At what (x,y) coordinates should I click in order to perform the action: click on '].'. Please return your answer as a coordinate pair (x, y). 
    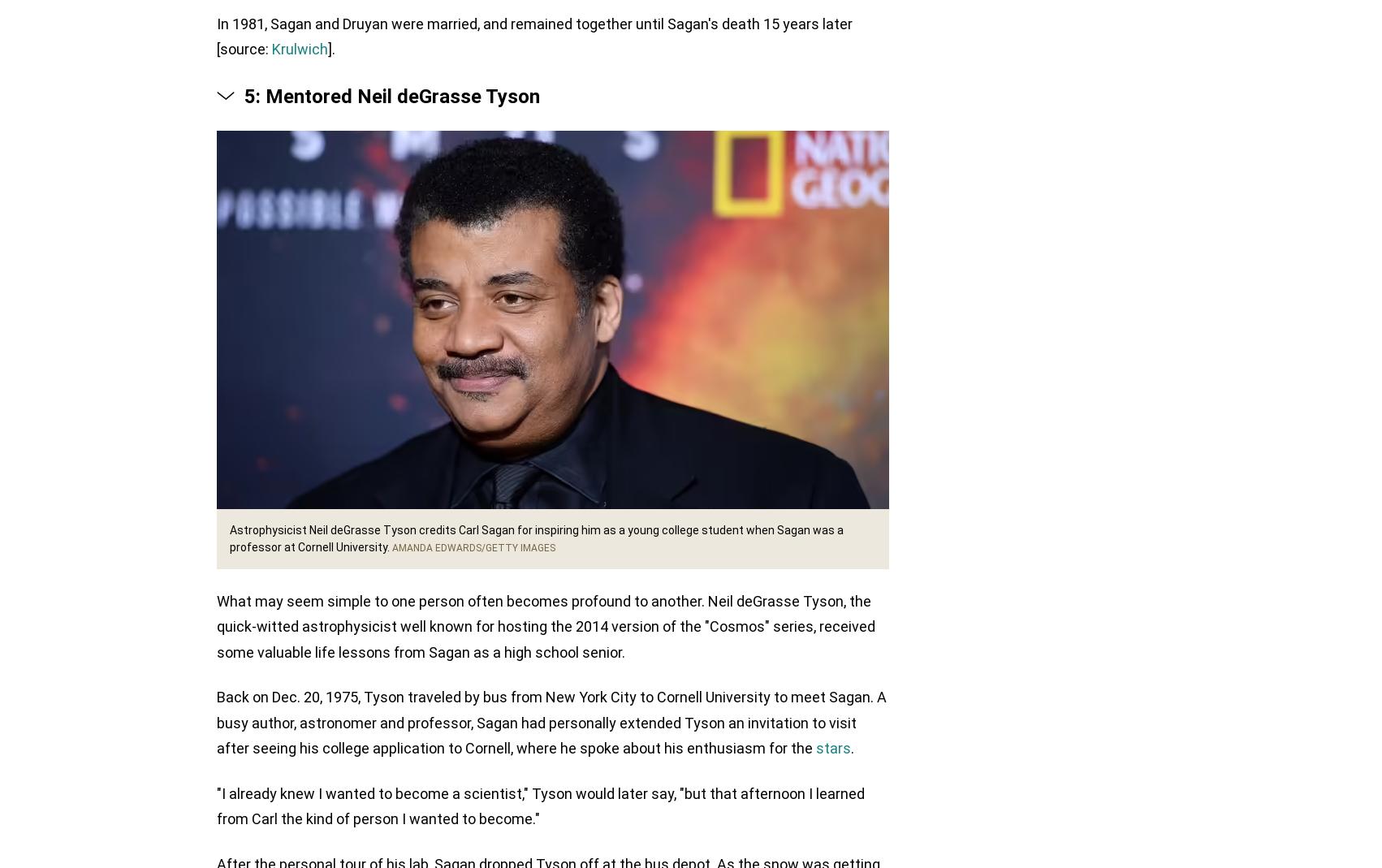
    Looking at the image, I should click on (331, 50).